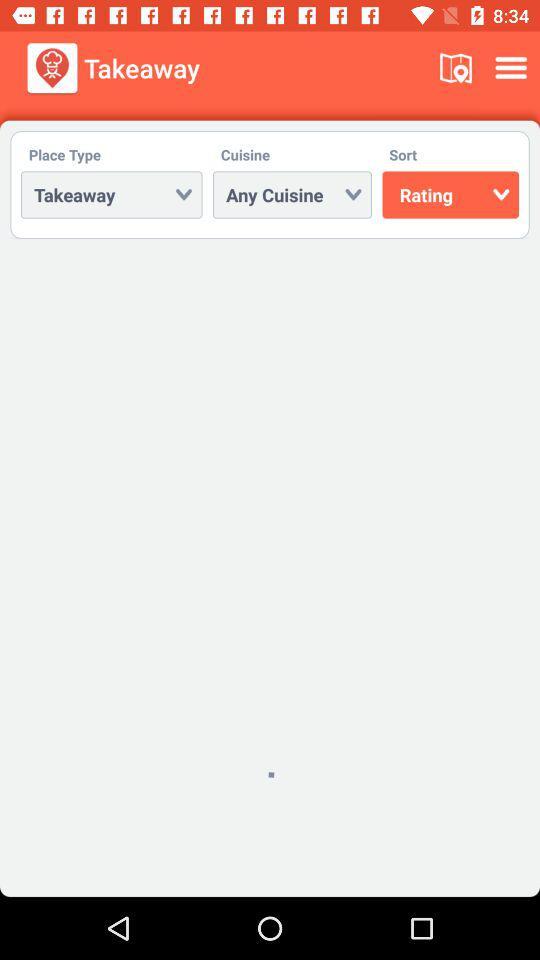  I want to click on the icon left to menu button, so click(456, 68).